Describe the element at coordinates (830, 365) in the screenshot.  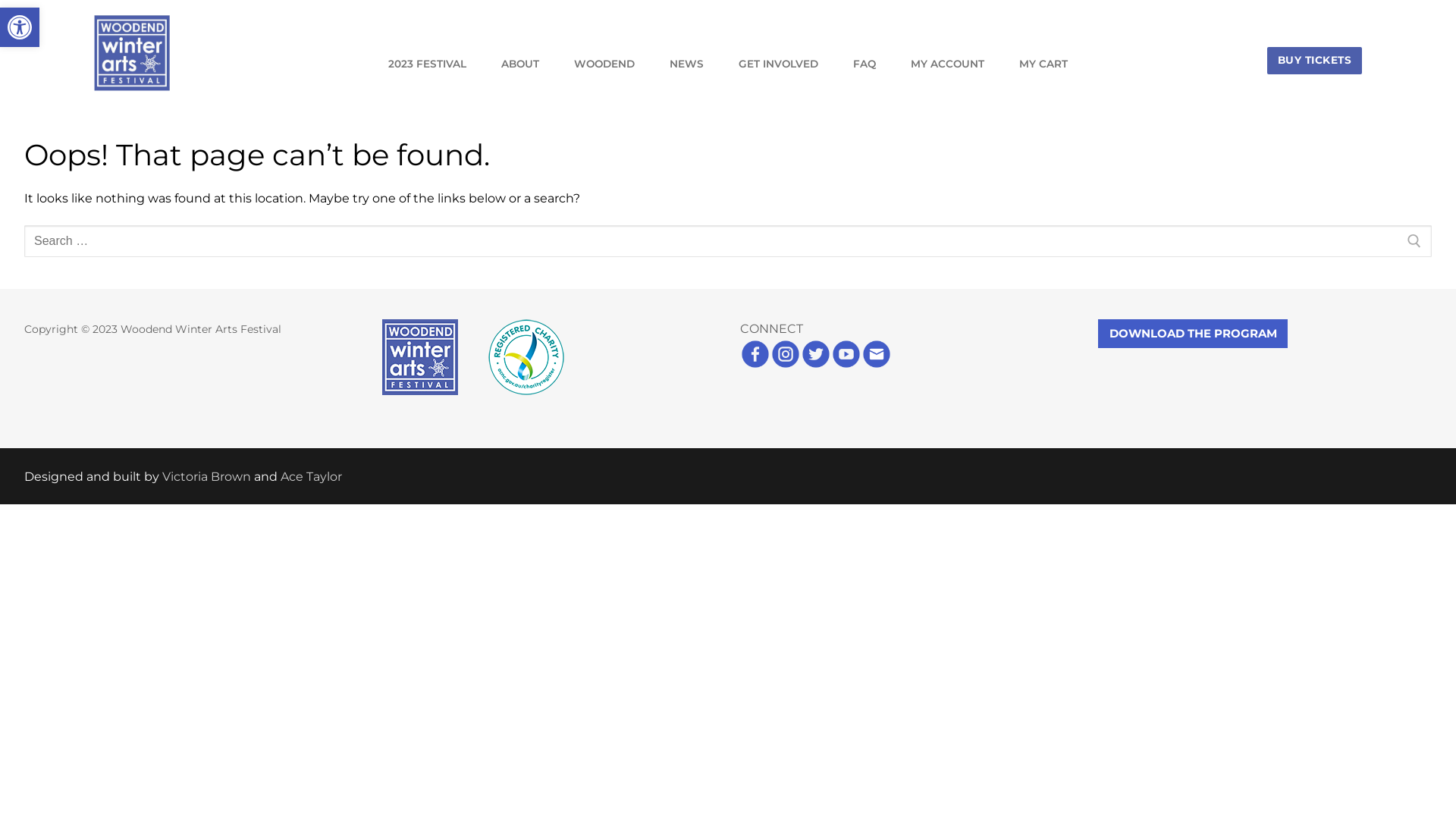
I see `'Youtube'` at that location.